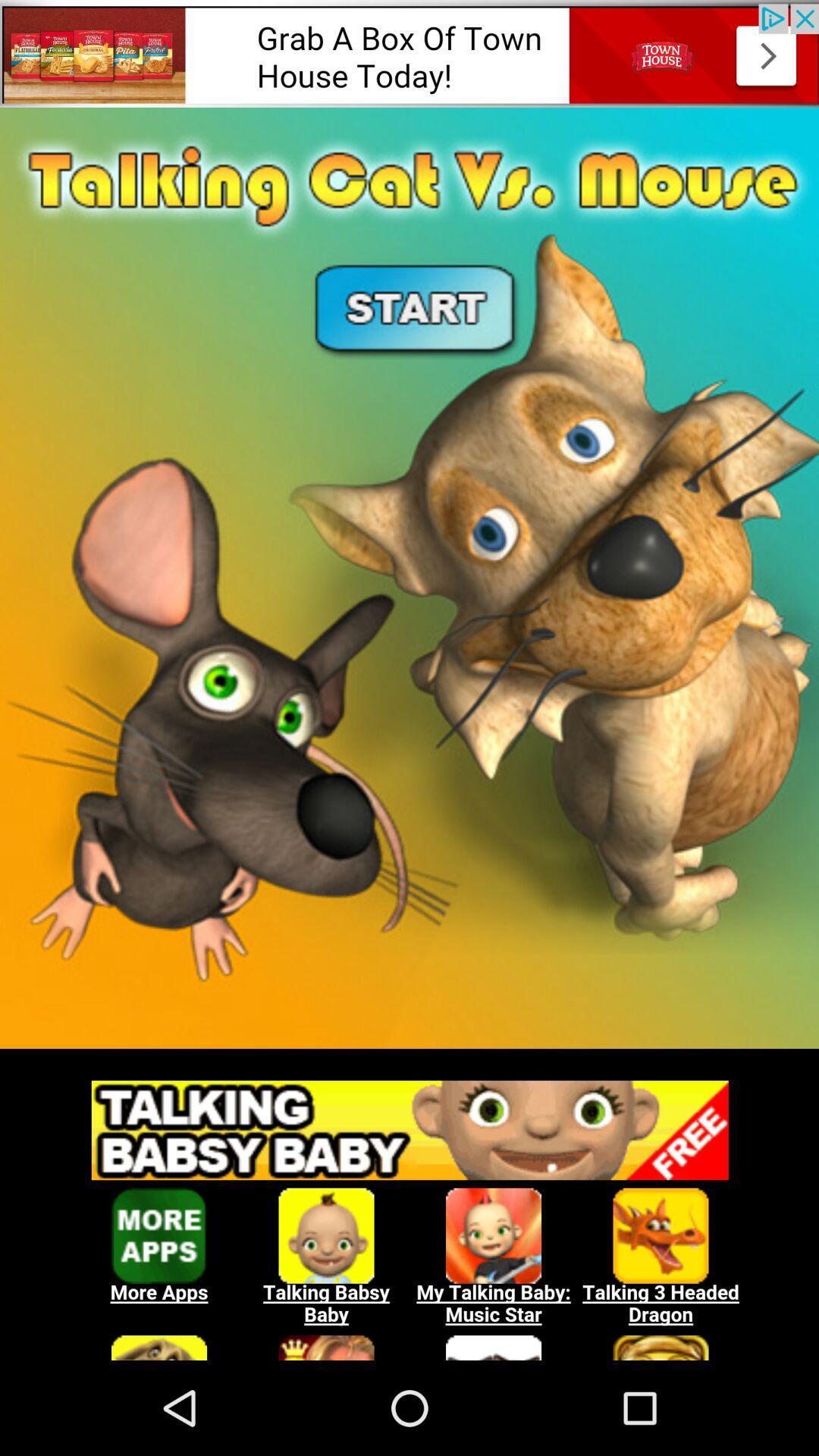  What do you see at coordinates (174, 175) in the screenshot?
I see `the gift icon` at bounding box center [174, 175].